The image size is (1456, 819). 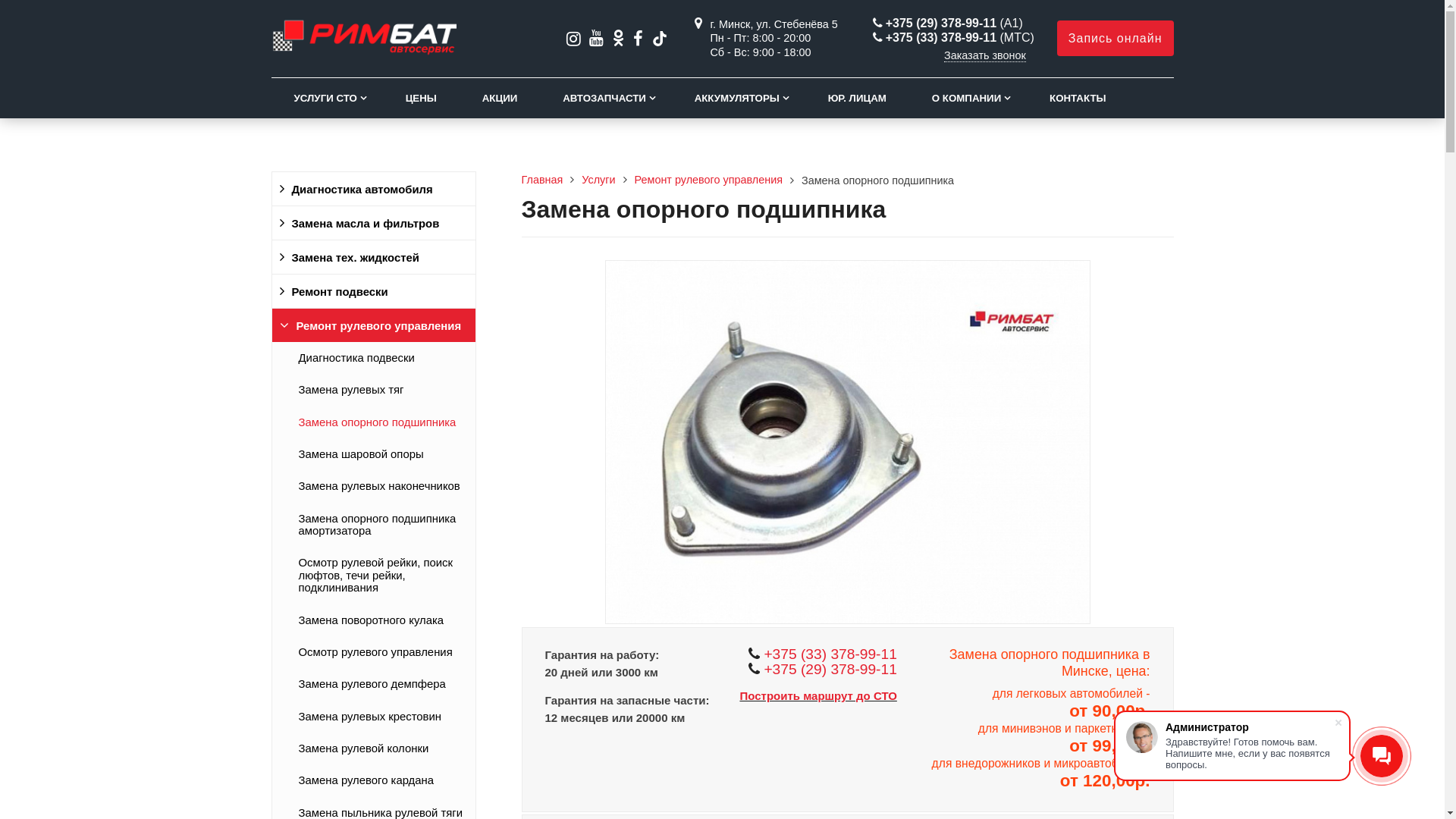 What do you see at coordinates (940, 36) in the screenshot?
I see `'+375 (33) 378-99-11'` at bounding box center [940, 36].